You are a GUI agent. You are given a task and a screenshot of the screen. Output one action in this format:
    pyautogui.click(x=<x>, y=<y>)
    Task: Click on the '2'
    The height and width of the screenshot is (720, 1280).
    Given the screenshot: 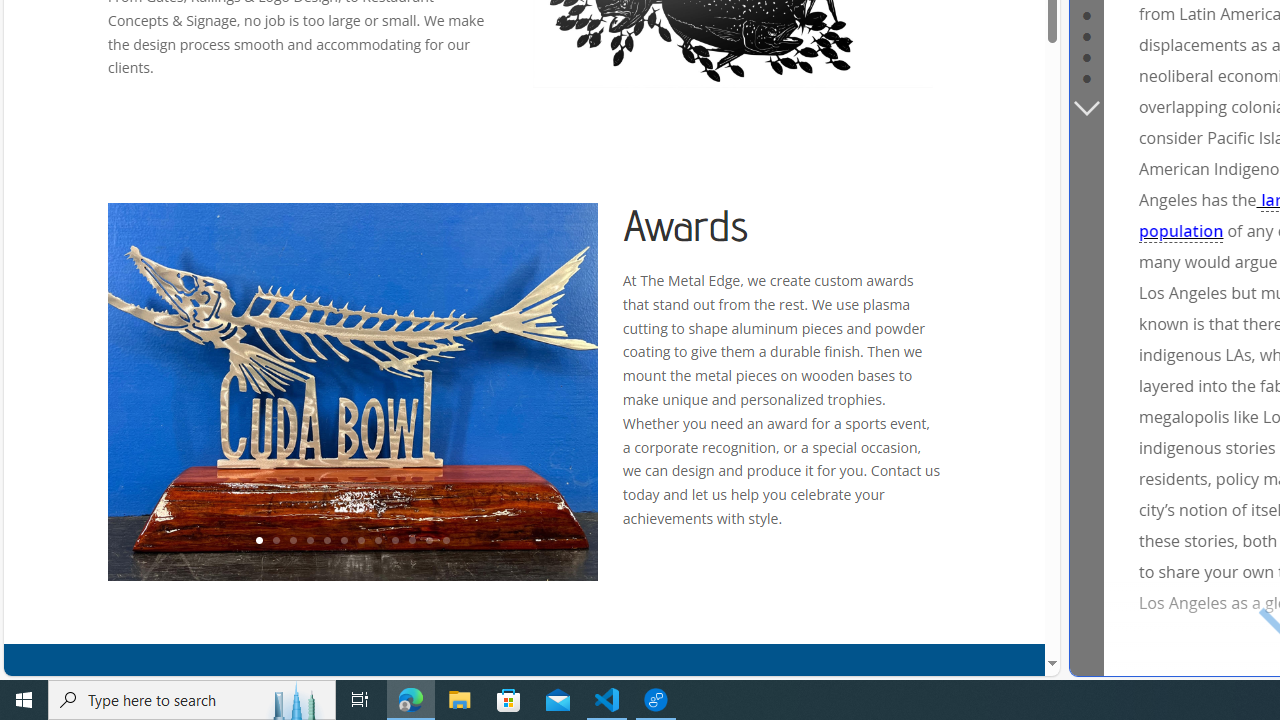 What is the action you would take?
    pyautogui.click(x=274, y=541)
    